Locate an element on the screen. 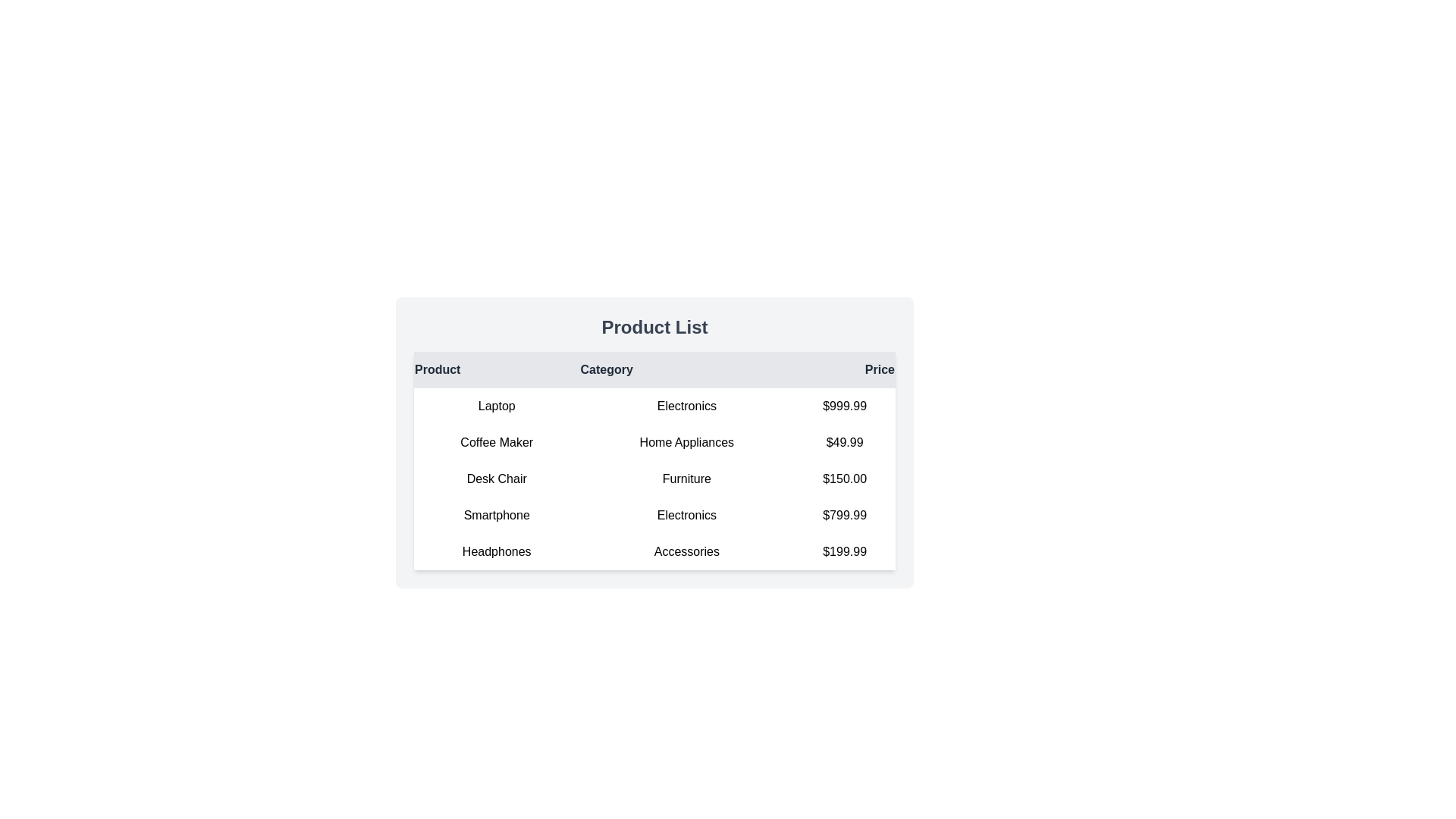  the price display element for the product 'Smartphone' located in the third column of its respective row in the product list is located at coordinates (844, 514).